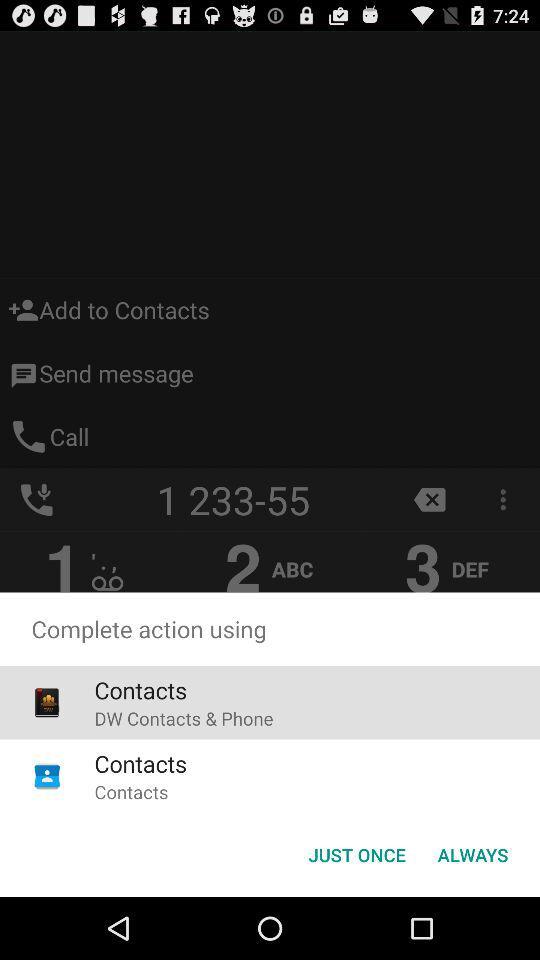  What do you see at coordinates (356, 853) in the screenshot?
I see `the item to the left of always` at bounding box center [356, 853].